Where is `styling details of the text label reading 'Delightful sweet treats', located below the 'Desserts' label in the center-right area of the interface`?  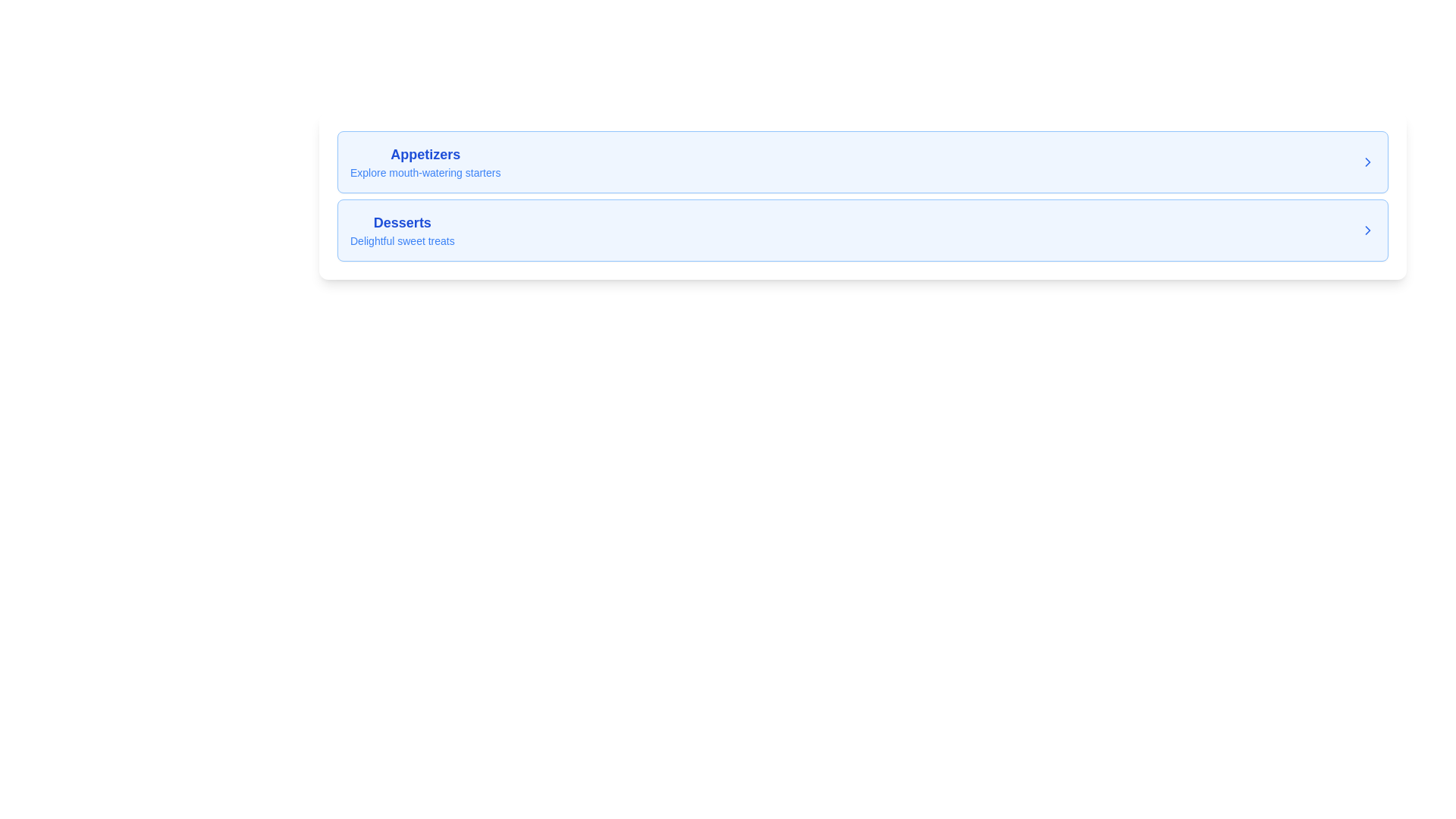
styling details of the text label reading 'Delightful sweet treats', located below the 'Desserts' label in the center-right area of the interface is located at coordinates (402, 240).